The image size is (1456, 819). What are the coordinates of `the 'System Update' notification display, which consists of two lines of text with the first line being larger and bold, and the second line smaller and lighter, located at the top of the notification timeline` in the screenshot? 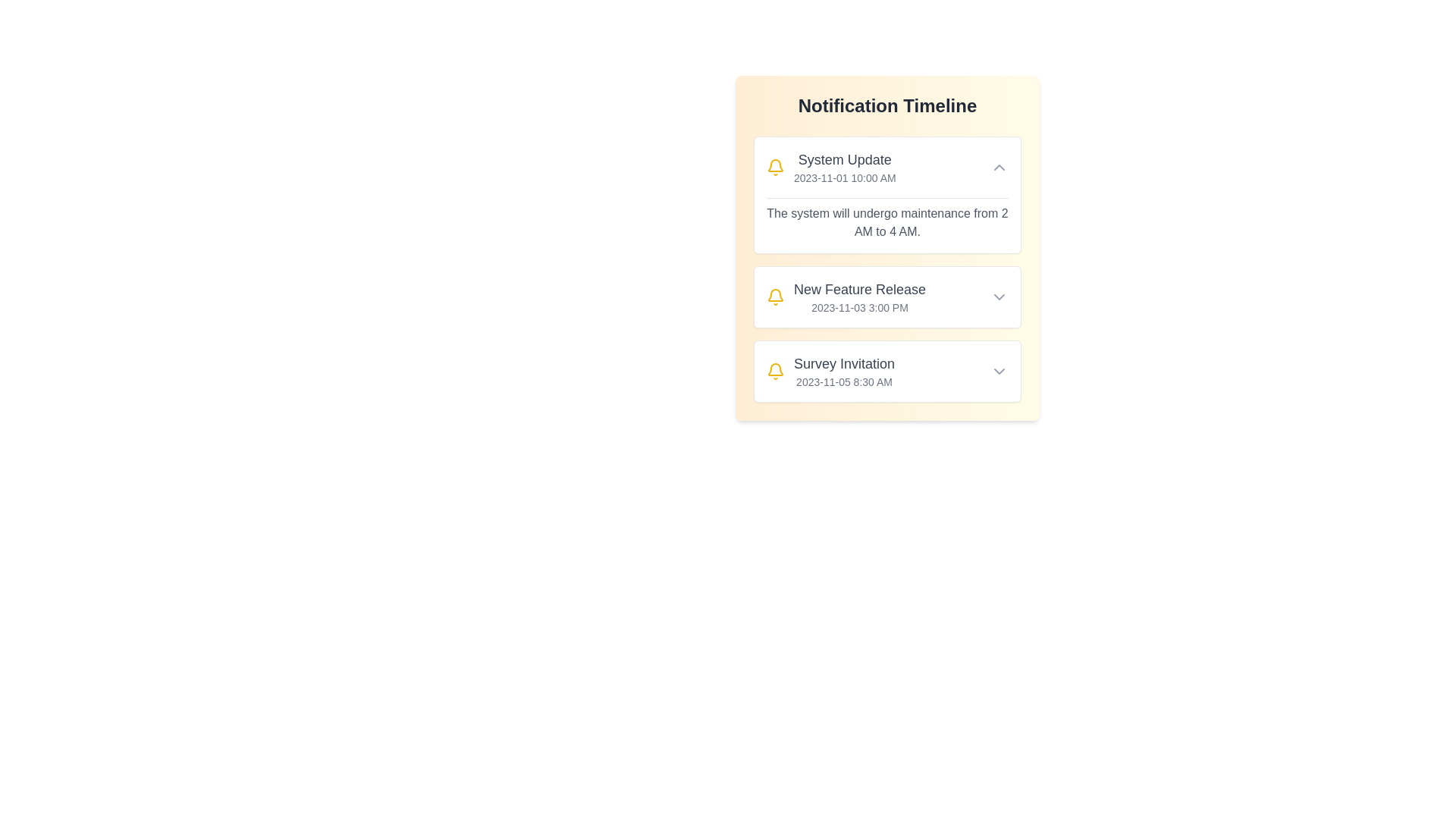 It's located at (844, 167).